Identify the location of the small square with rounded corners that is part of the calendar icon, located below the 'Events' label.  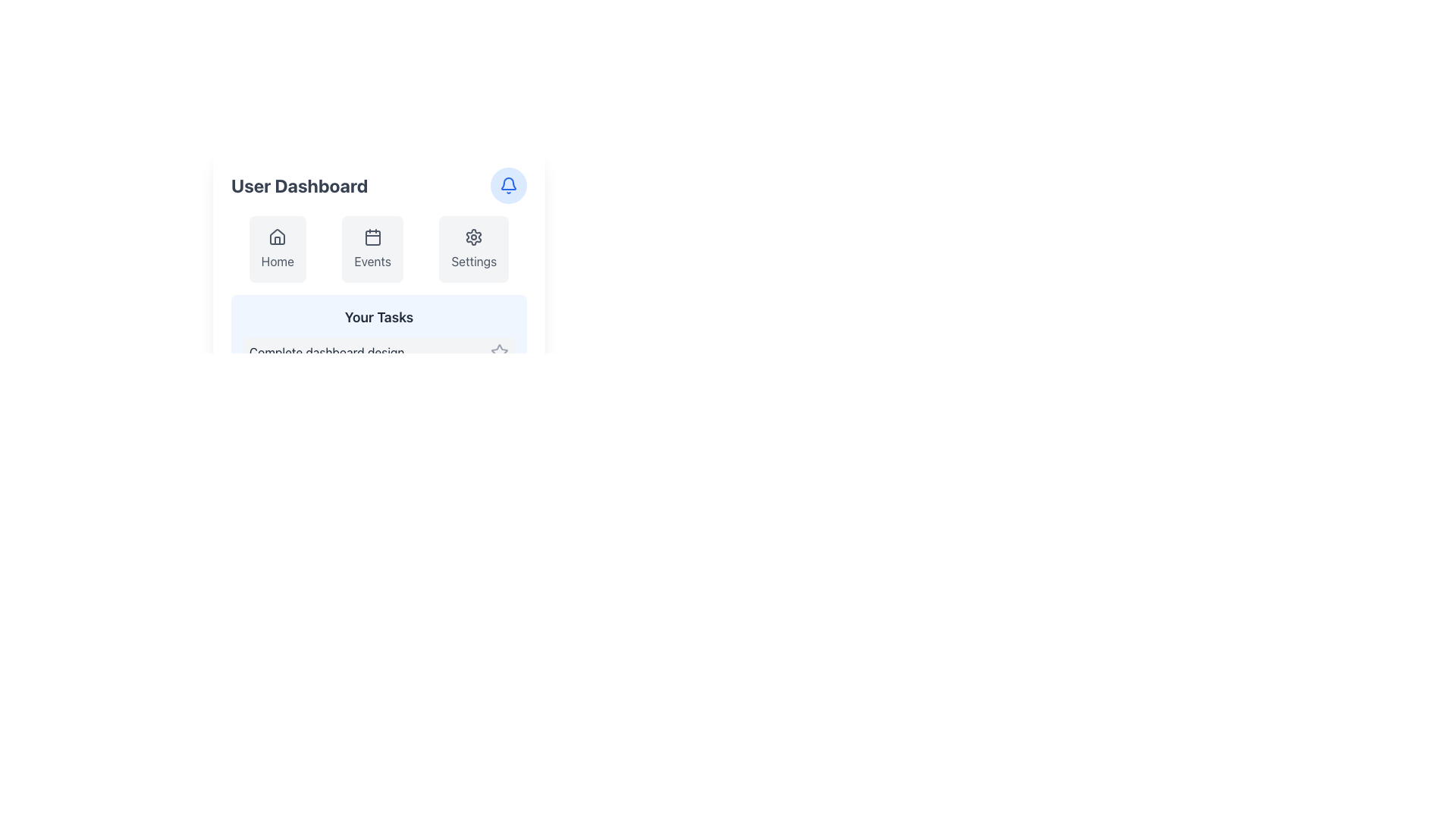
(372, 237).